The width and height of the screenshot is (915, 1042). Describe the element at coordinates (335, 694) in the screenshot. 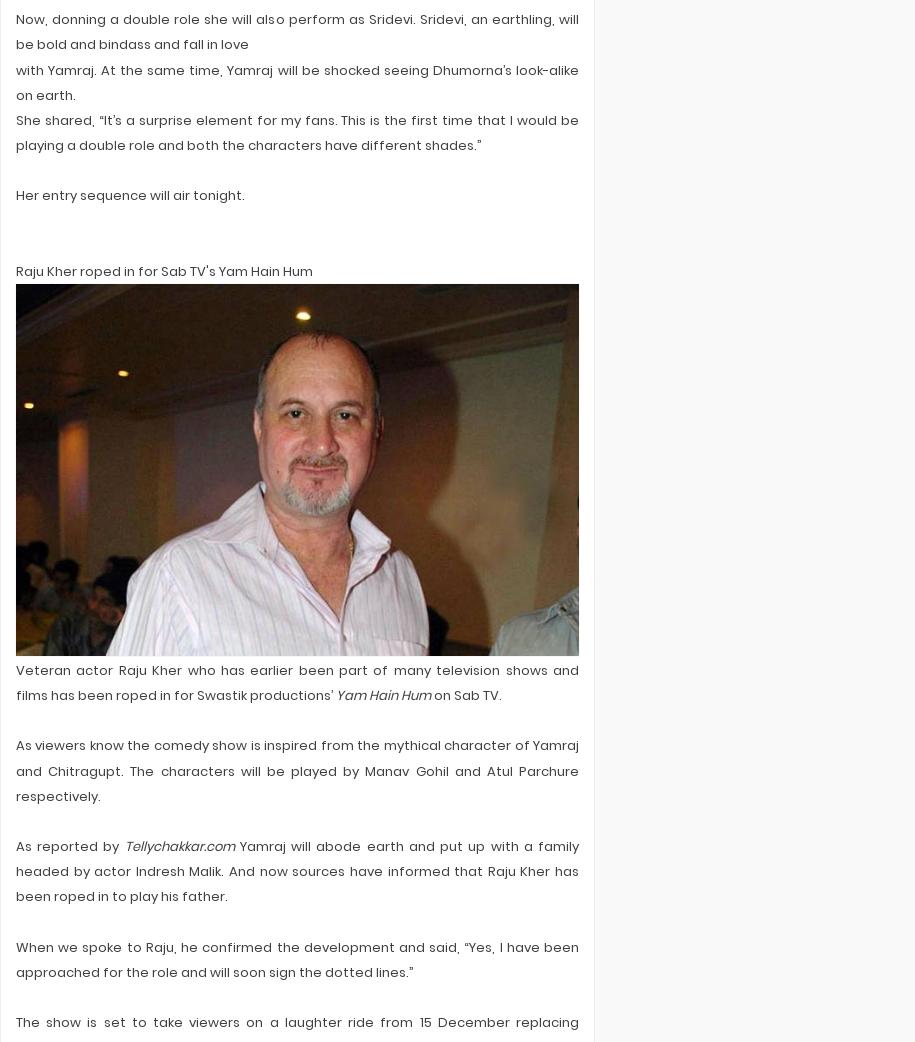

I see `'Yam Hain Hum'` at that location.